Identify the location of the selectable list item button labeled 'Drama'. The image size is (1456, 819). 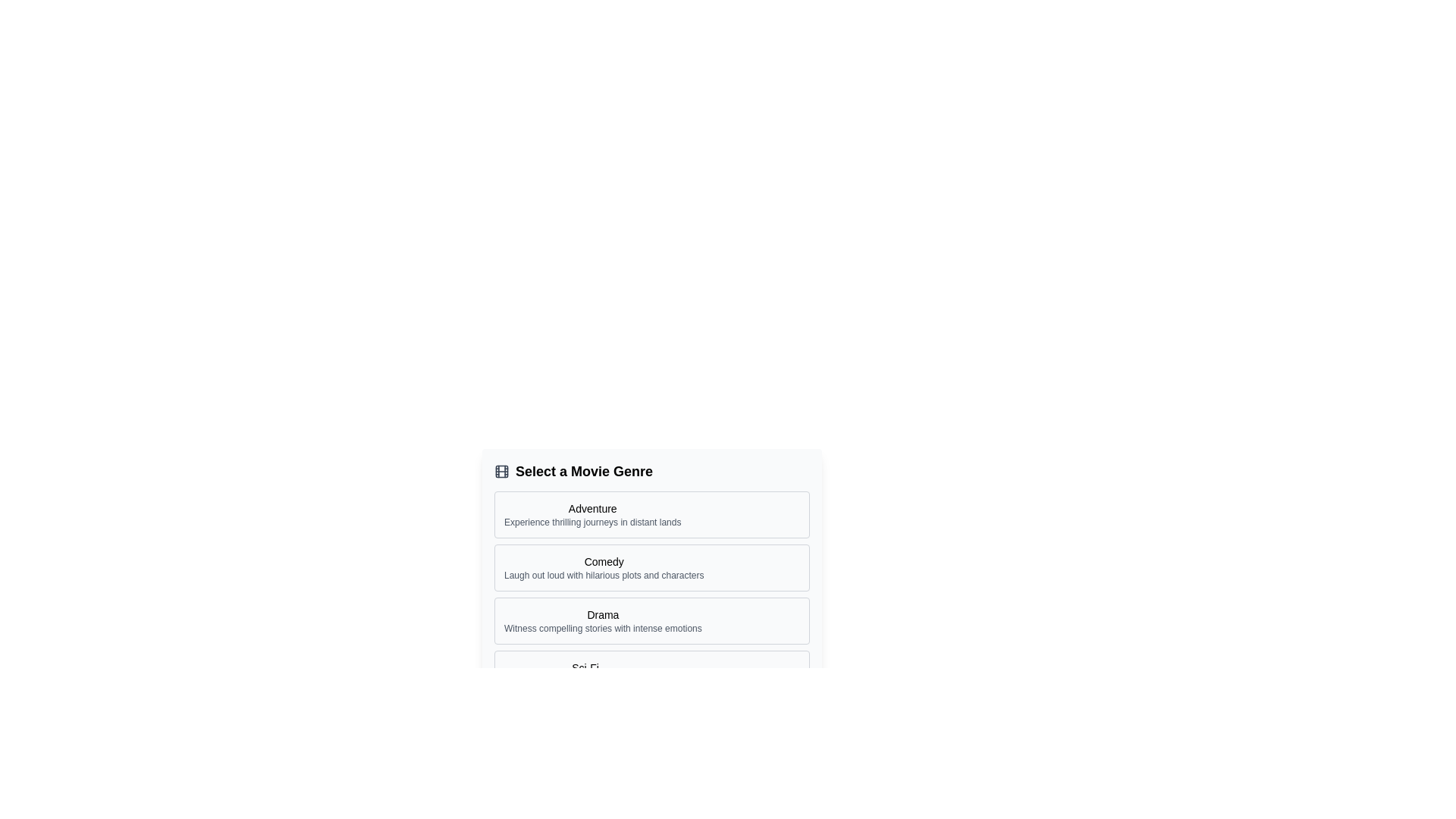
(651, 620).